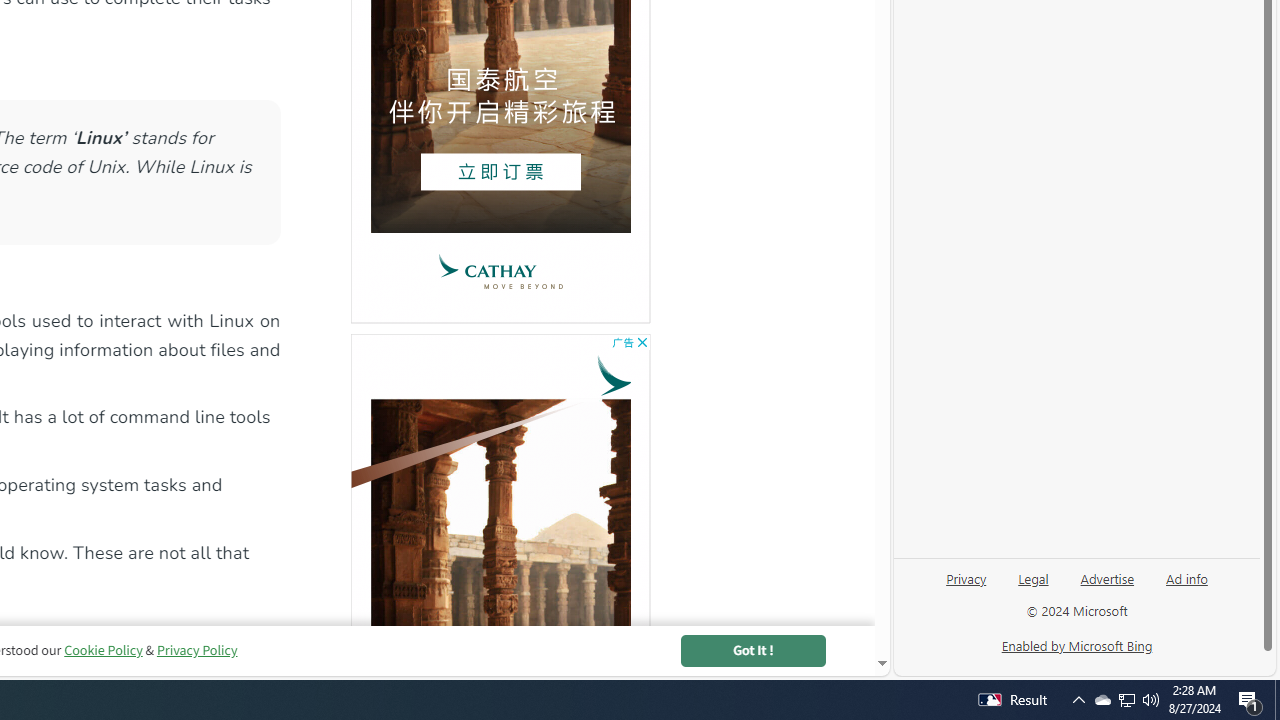 This screenshot has width=1280, height=720. Describe the element at coordinates (102, 650) in the screenshot. I see `'Cookie Policy'` at that location.